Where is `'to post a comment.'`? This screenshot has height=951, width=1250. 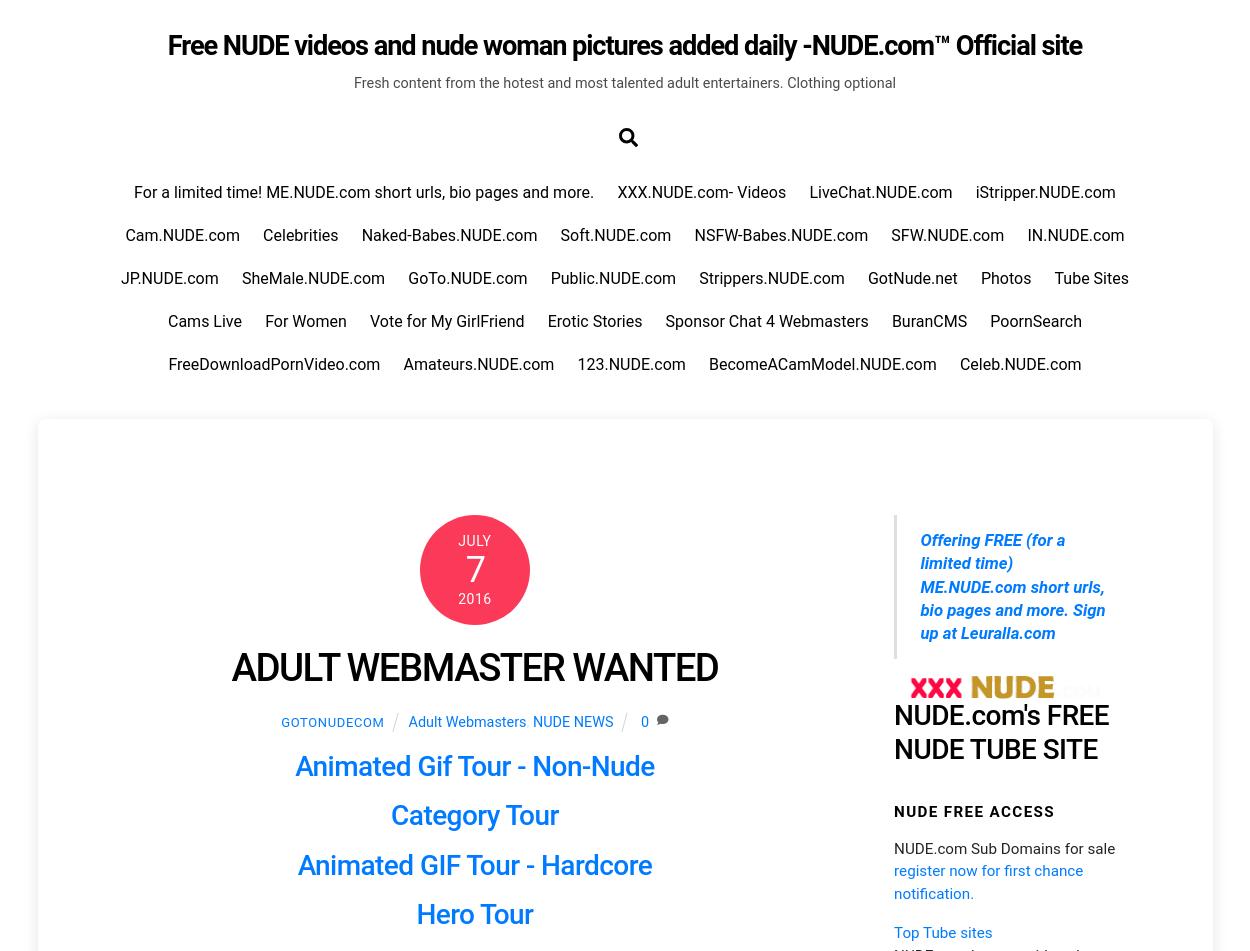
'to post a comment.' is located at coordinates (335, 98).